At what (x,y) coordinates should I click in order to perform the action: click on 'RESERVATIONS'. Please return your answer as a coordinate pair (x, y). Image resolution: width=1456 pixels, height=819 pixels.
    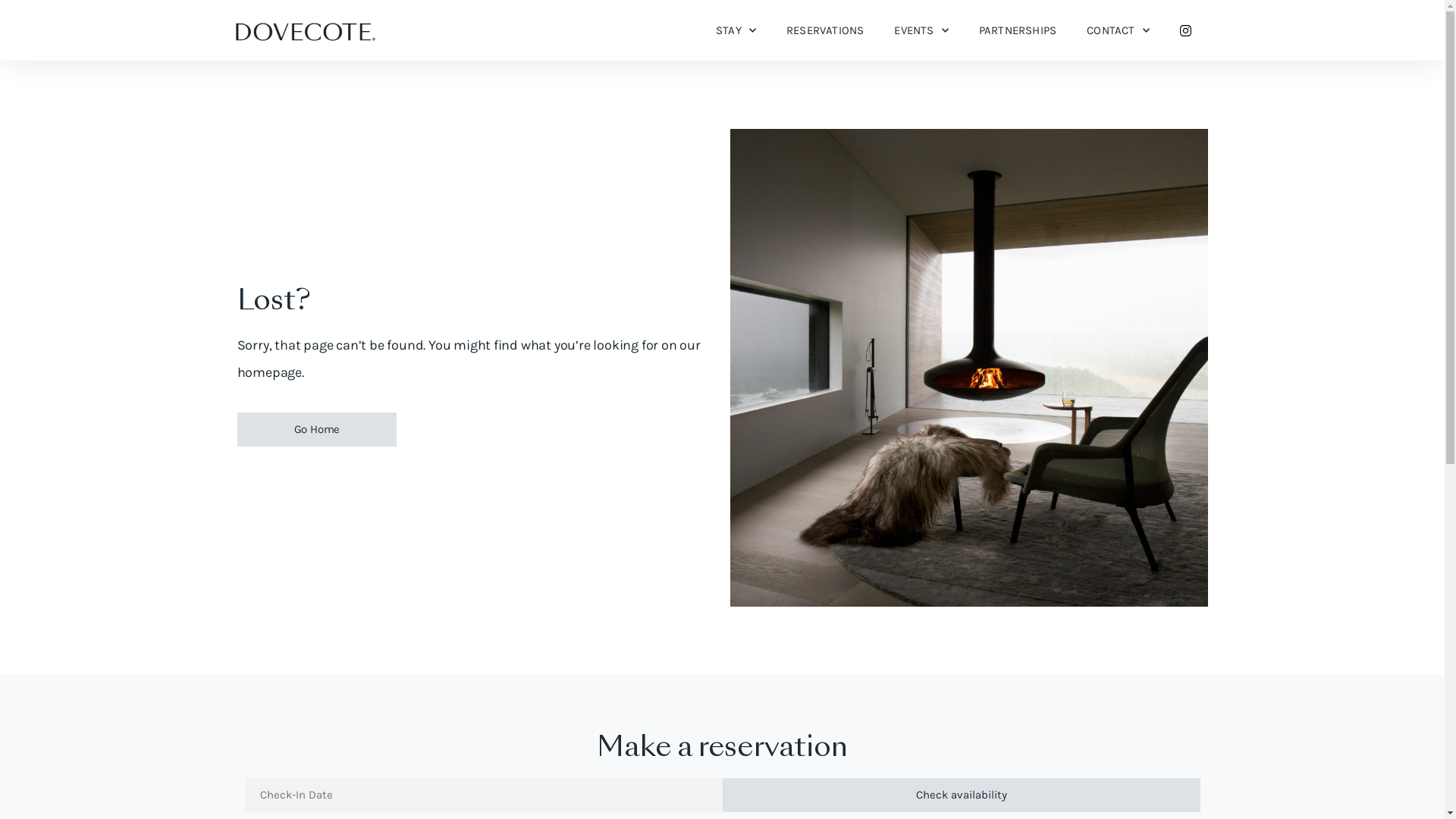
    Looking at the image, I should click on (771, 30).